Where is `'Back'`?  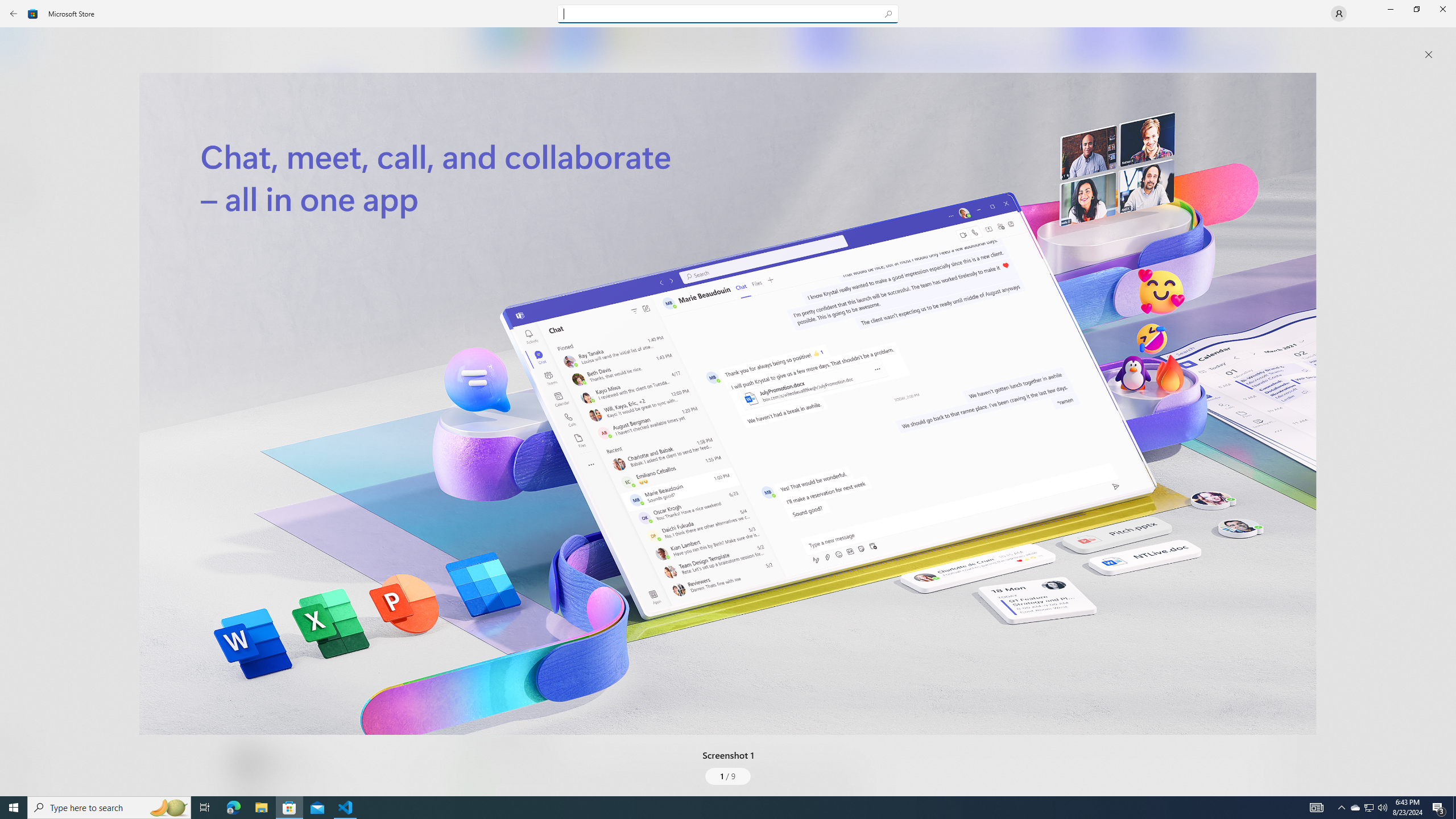 'Back' is located at coordinates (14, 13).